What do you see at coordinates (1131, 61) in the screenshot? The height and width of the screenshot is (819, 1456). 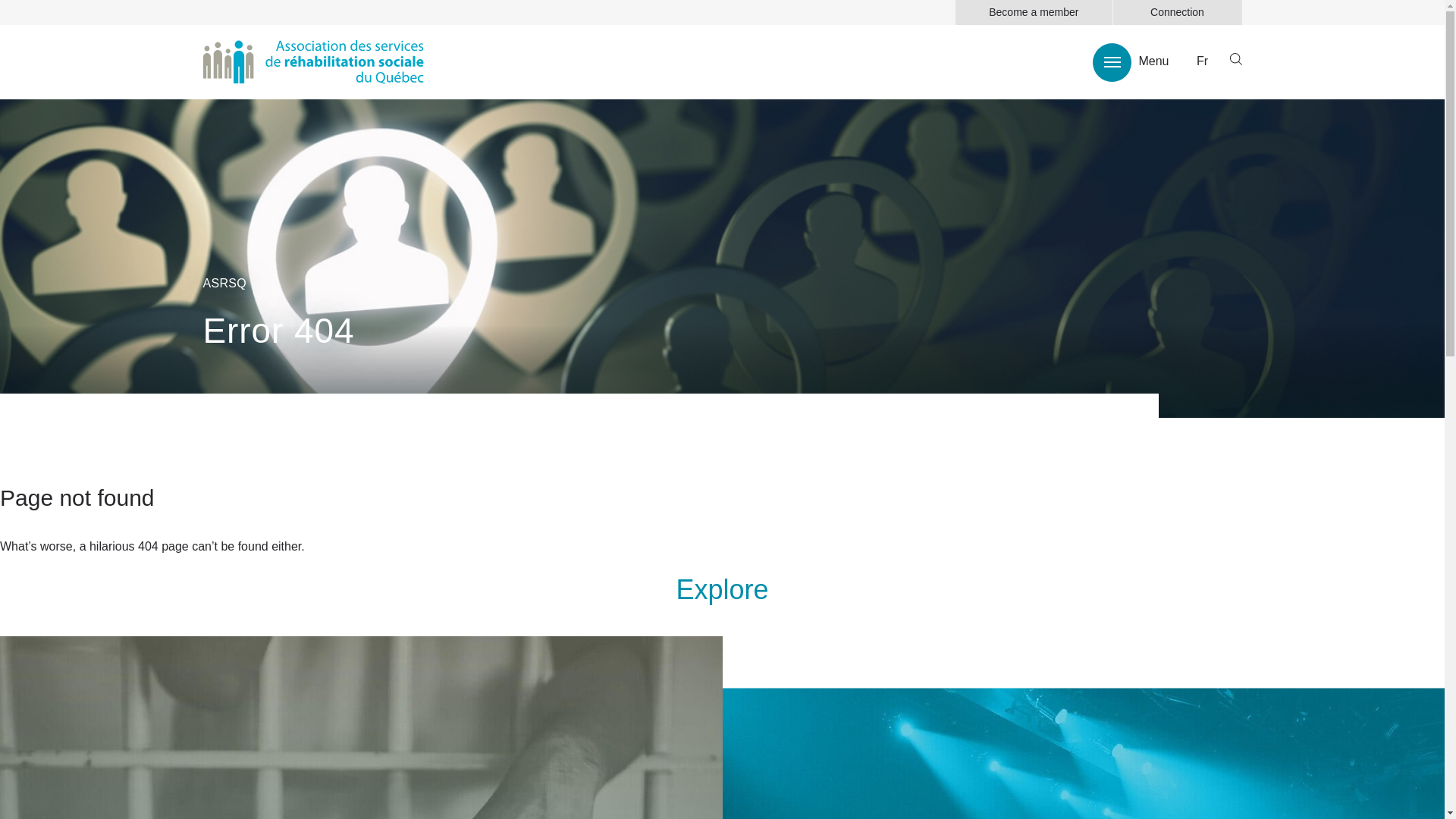 I see `'Menu'` at bounding box center [1131, 61].